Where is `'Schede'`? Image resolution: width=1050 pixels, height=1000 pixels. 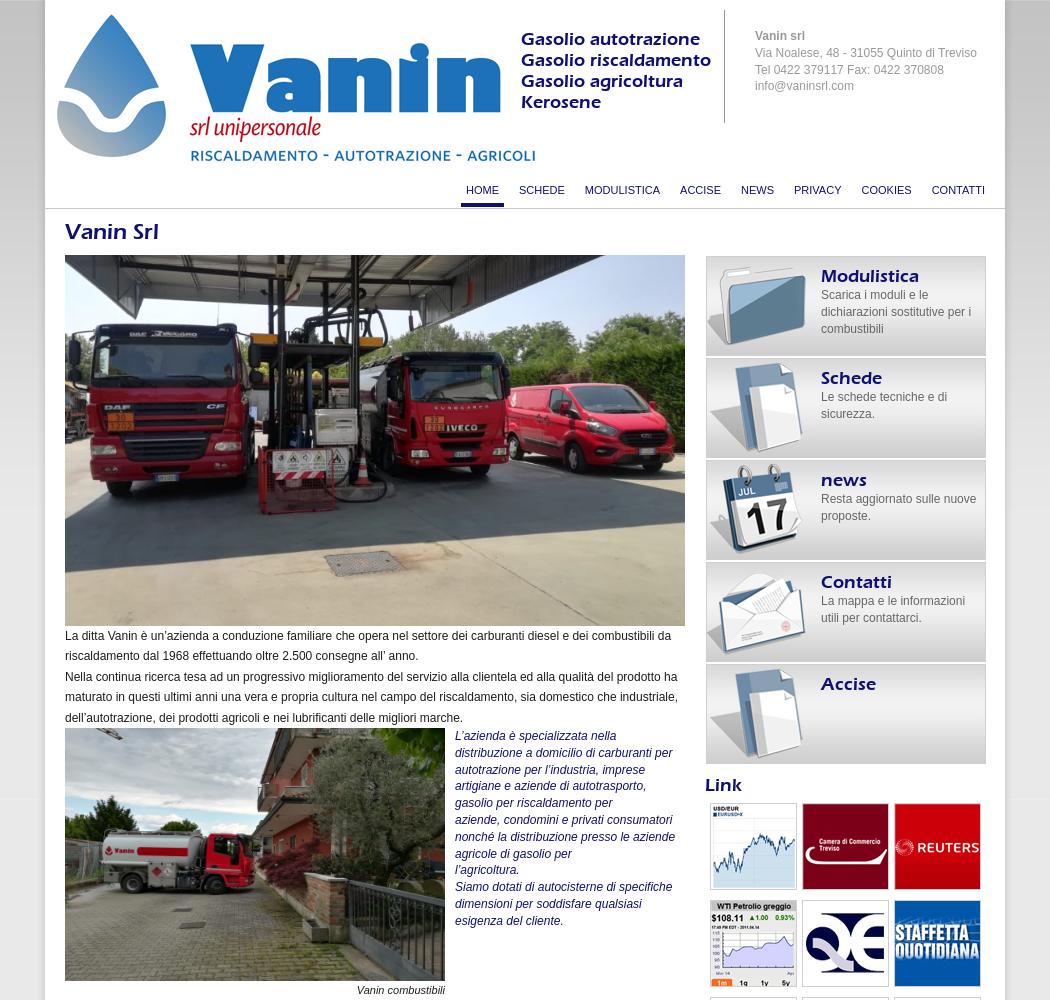 'Schede' is located at coordinates (819, 378).